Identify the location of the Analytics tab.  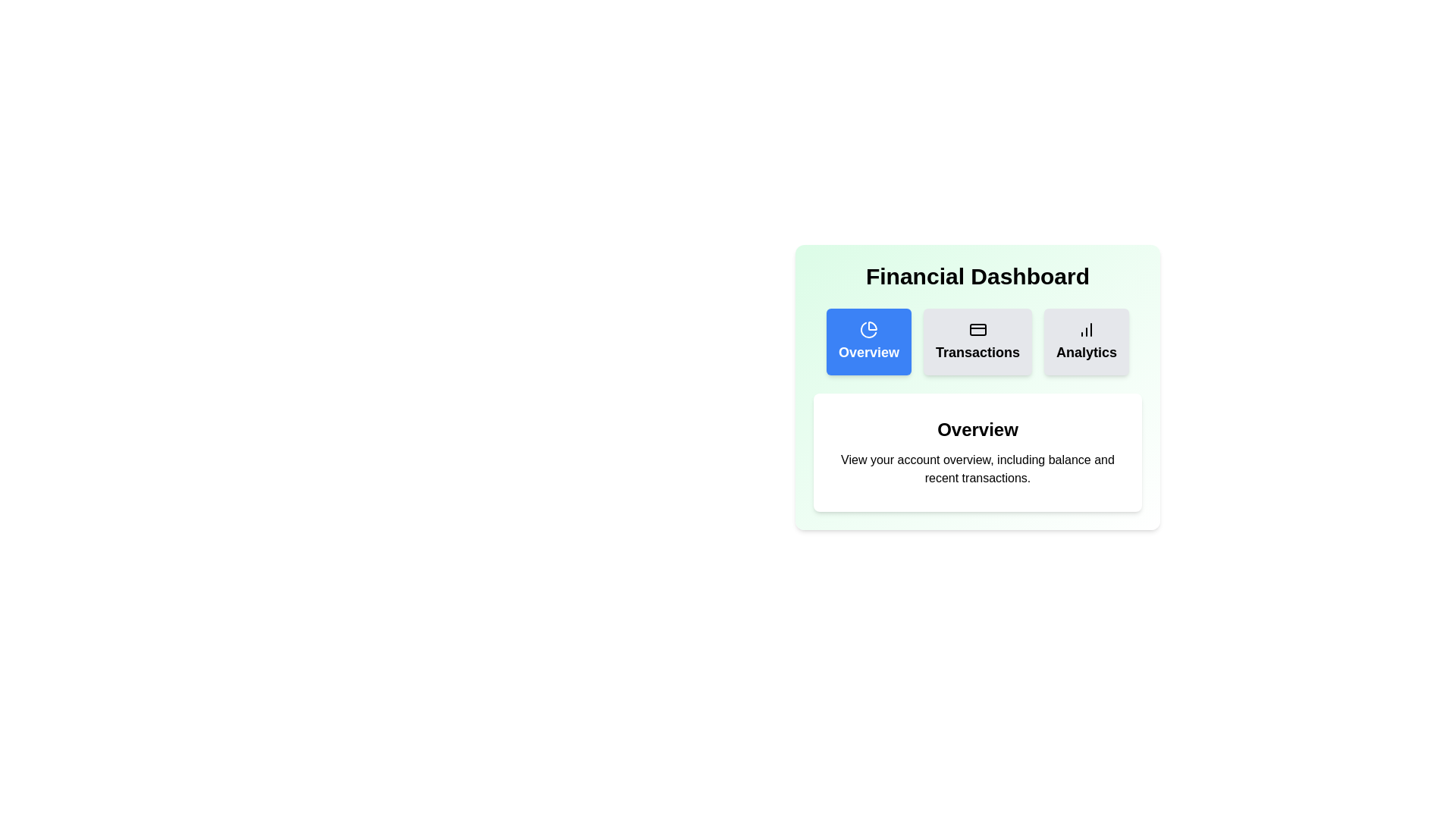
(1086, 342).